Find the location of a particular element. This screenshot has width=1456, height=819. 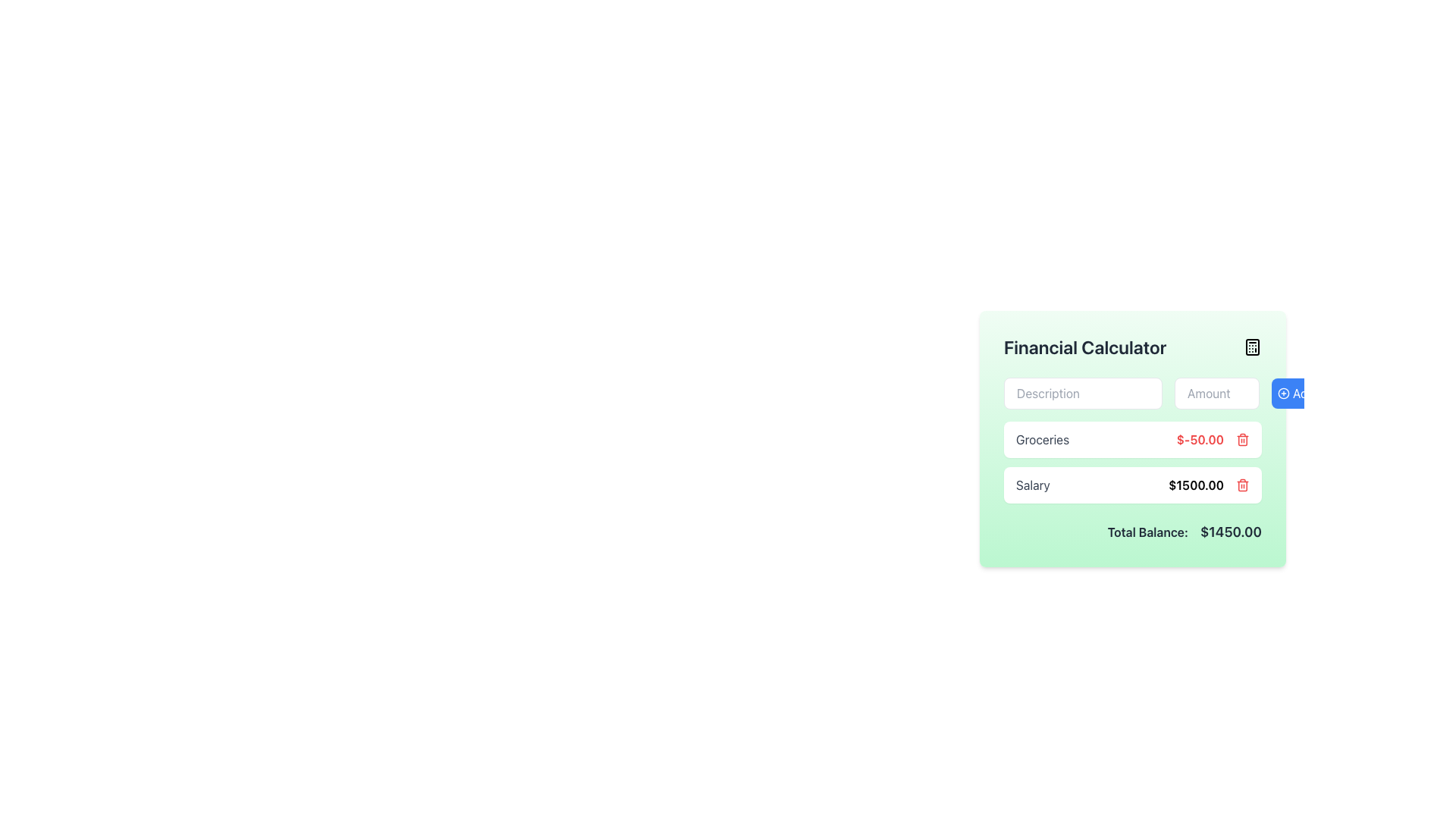

the text label displaying the amount '$1500.00' in a green, bold font located in the 'Salary' section of the financial calculator widget, positioned horizontally next to the delete icon button is located at coordinates (1208, 485).